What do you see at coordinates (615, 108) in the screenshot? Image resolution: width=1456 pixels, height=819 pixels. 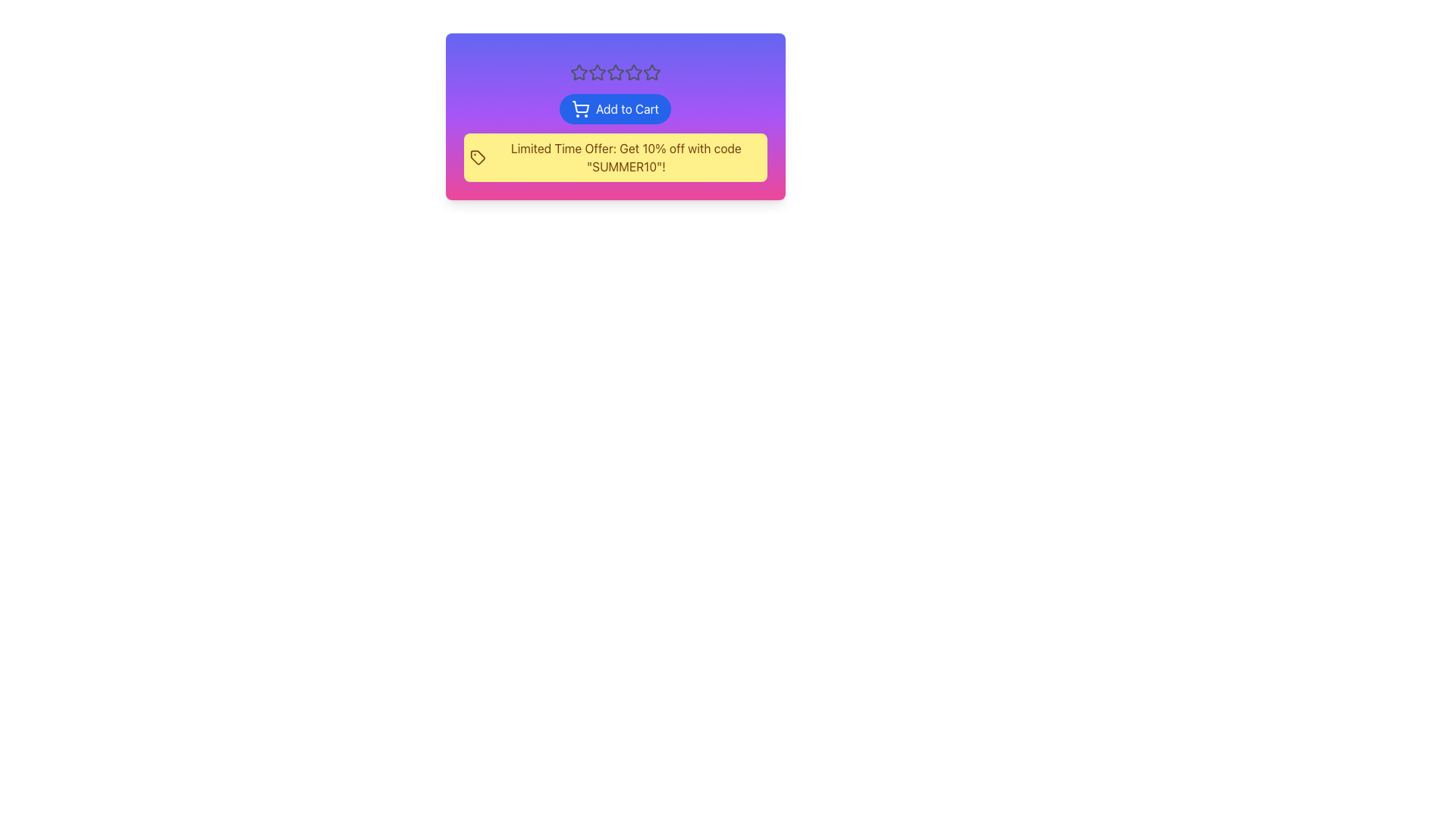 I see `the blue rounded button labeled 'Add to Cart' with a shopping cart icon` at bounding box center [615, 108].